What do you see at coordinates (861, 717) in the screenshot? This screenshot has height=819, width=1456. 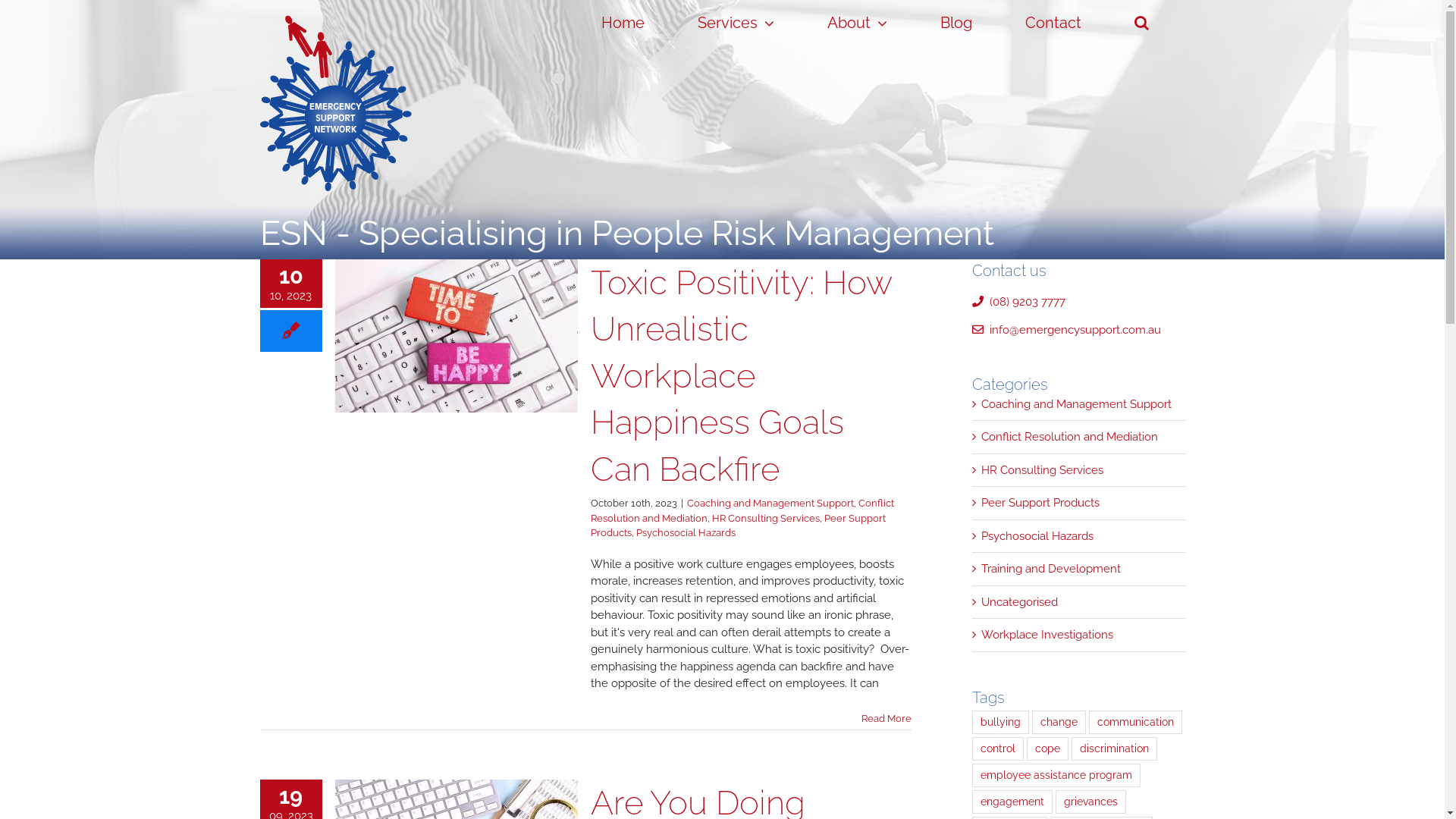 I see `'Read More'` at bounding box center [861, 717].